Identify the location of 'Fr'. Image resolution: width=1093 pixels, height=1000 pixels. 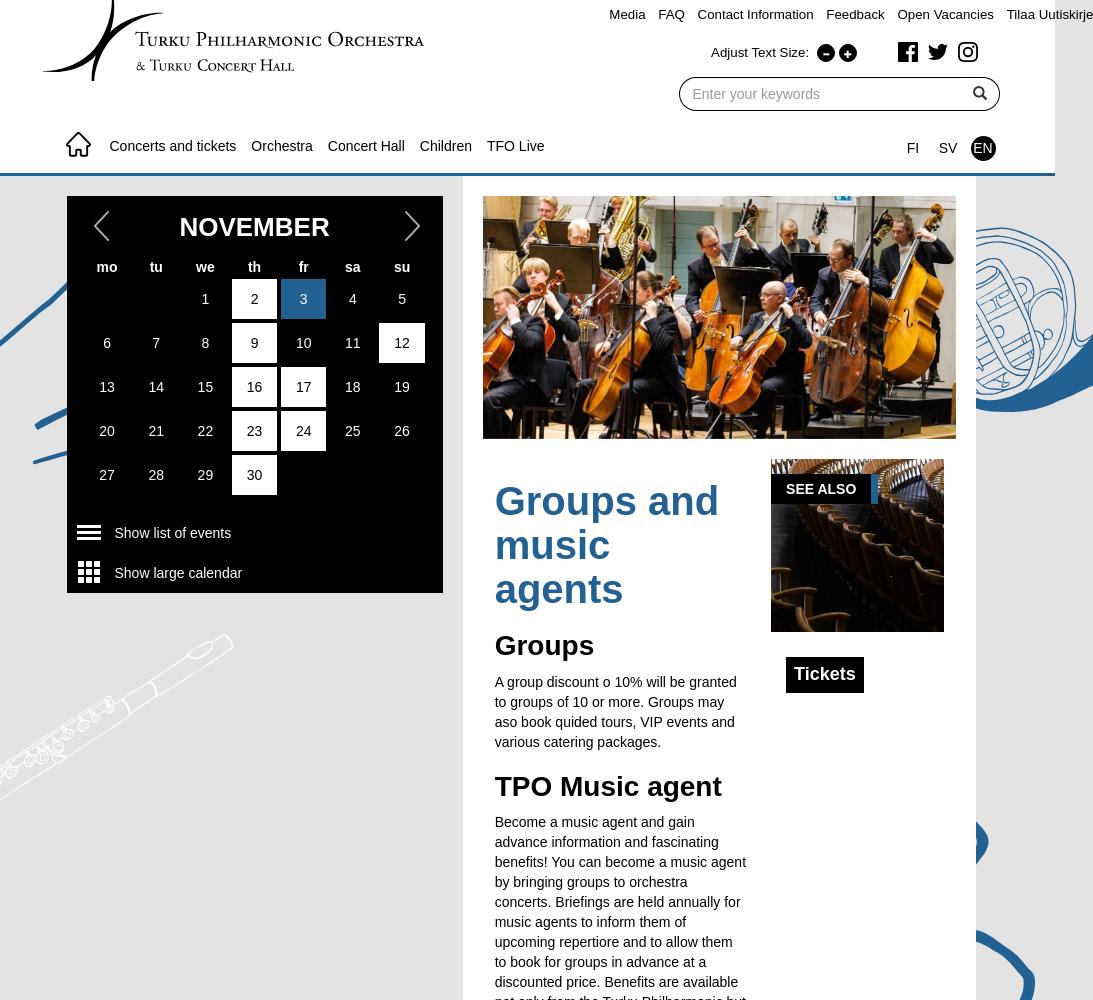
(301, 266).